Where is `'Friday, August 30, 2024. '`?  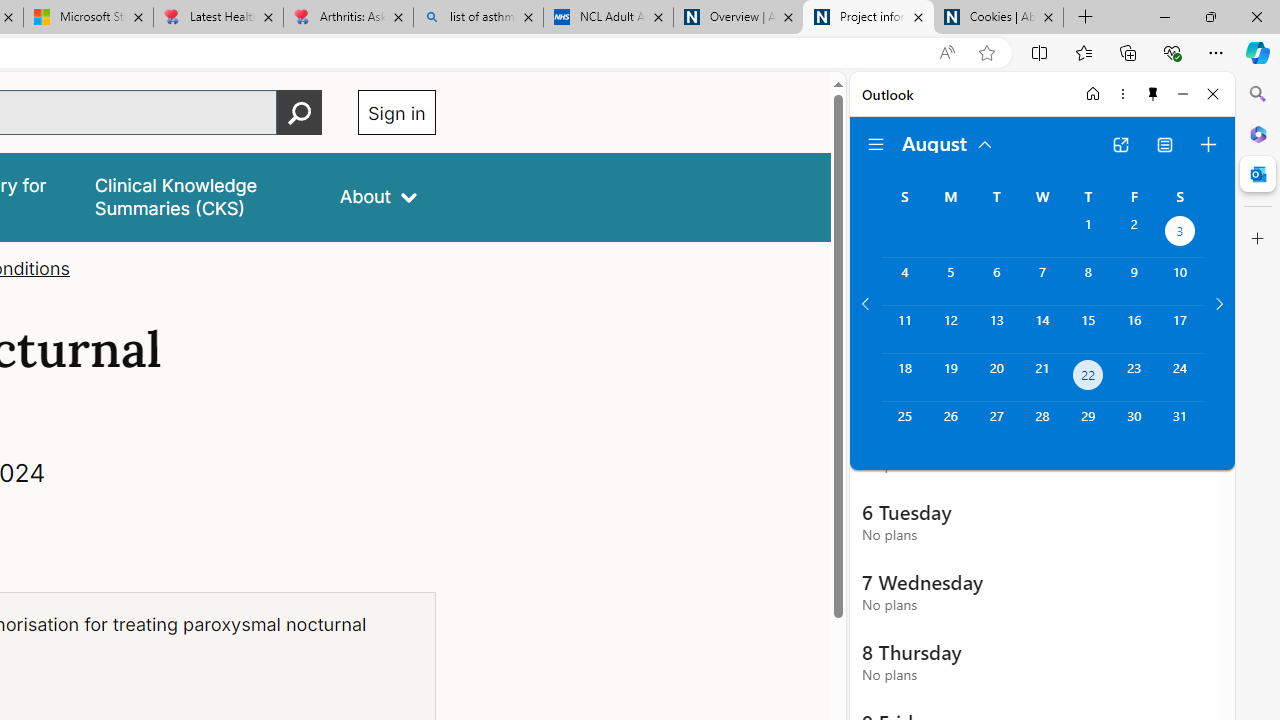 'Friday, August 30, 2024. ' is located at coordinates (1134, 424).